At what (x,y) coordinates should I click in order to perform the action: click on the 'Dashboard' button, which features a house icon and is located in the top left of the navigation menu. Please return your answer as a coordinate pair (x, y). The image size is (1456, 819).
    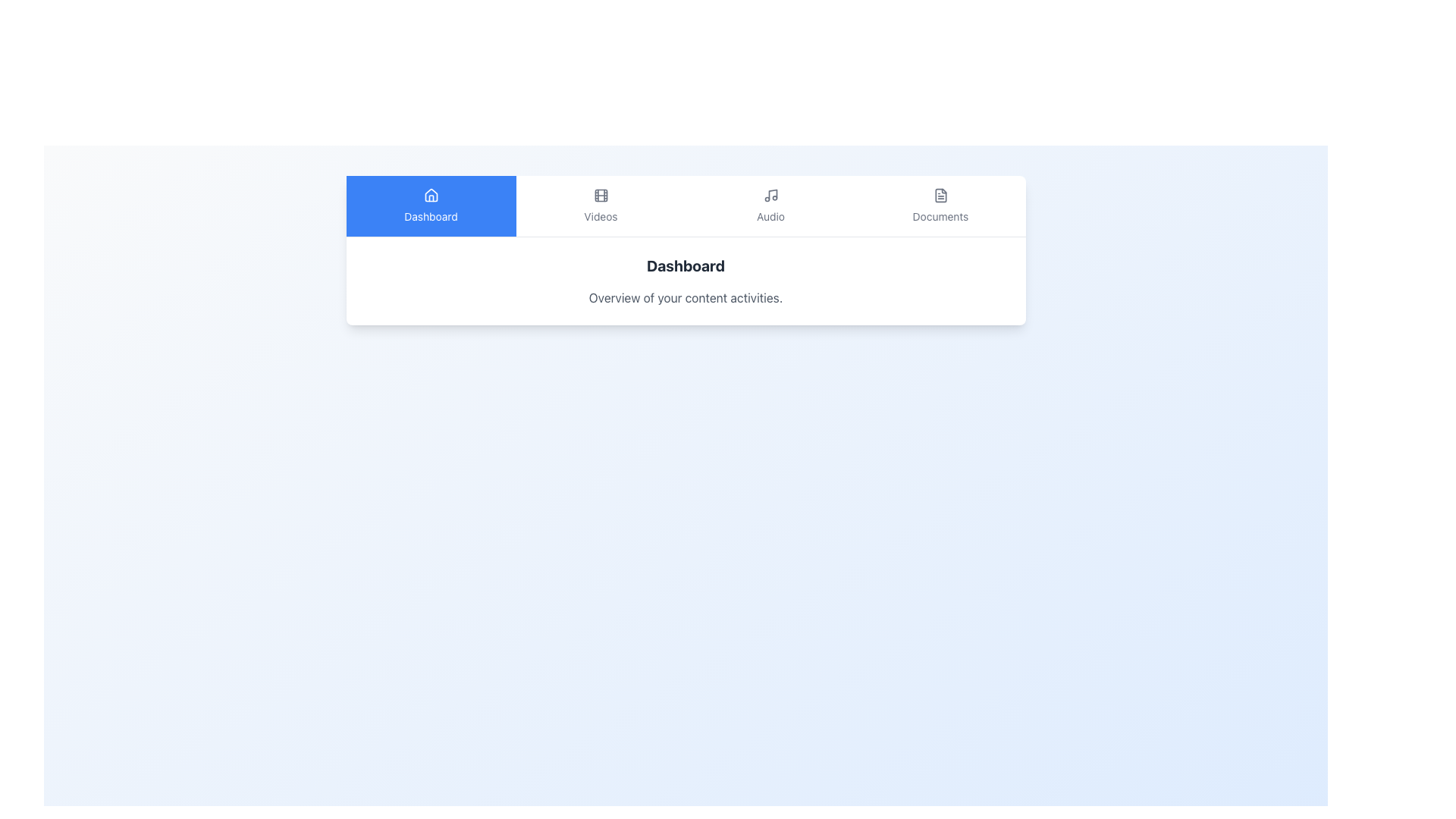
    Looking at the image, I should click on (430, 206).